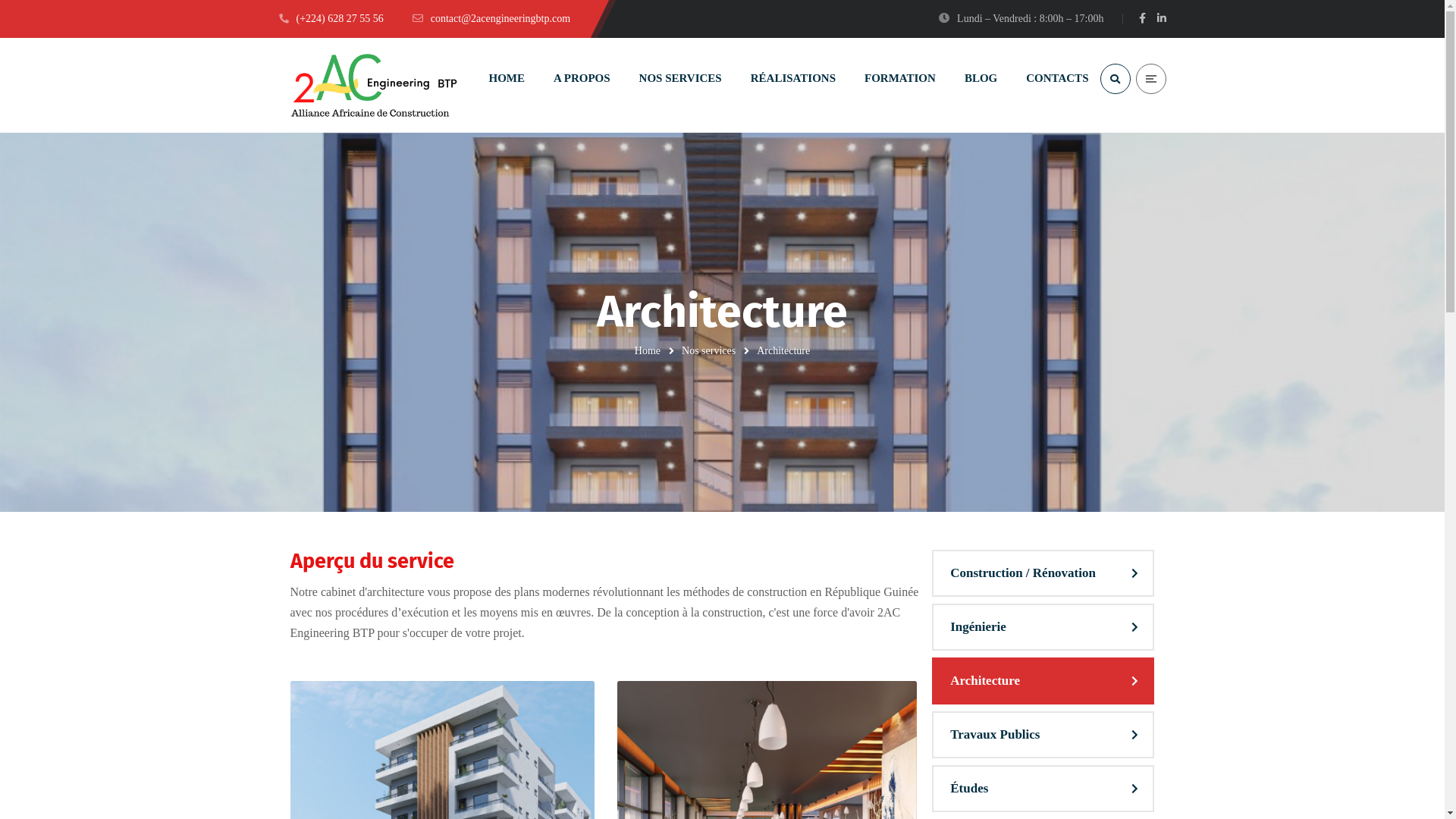 This screenshot has height=819, width=1456. What do you see at coordinates (491, 18) in the screenshot?
I see `'contact@2acengineeringbtp.com'` at bounding box center [491, 18].